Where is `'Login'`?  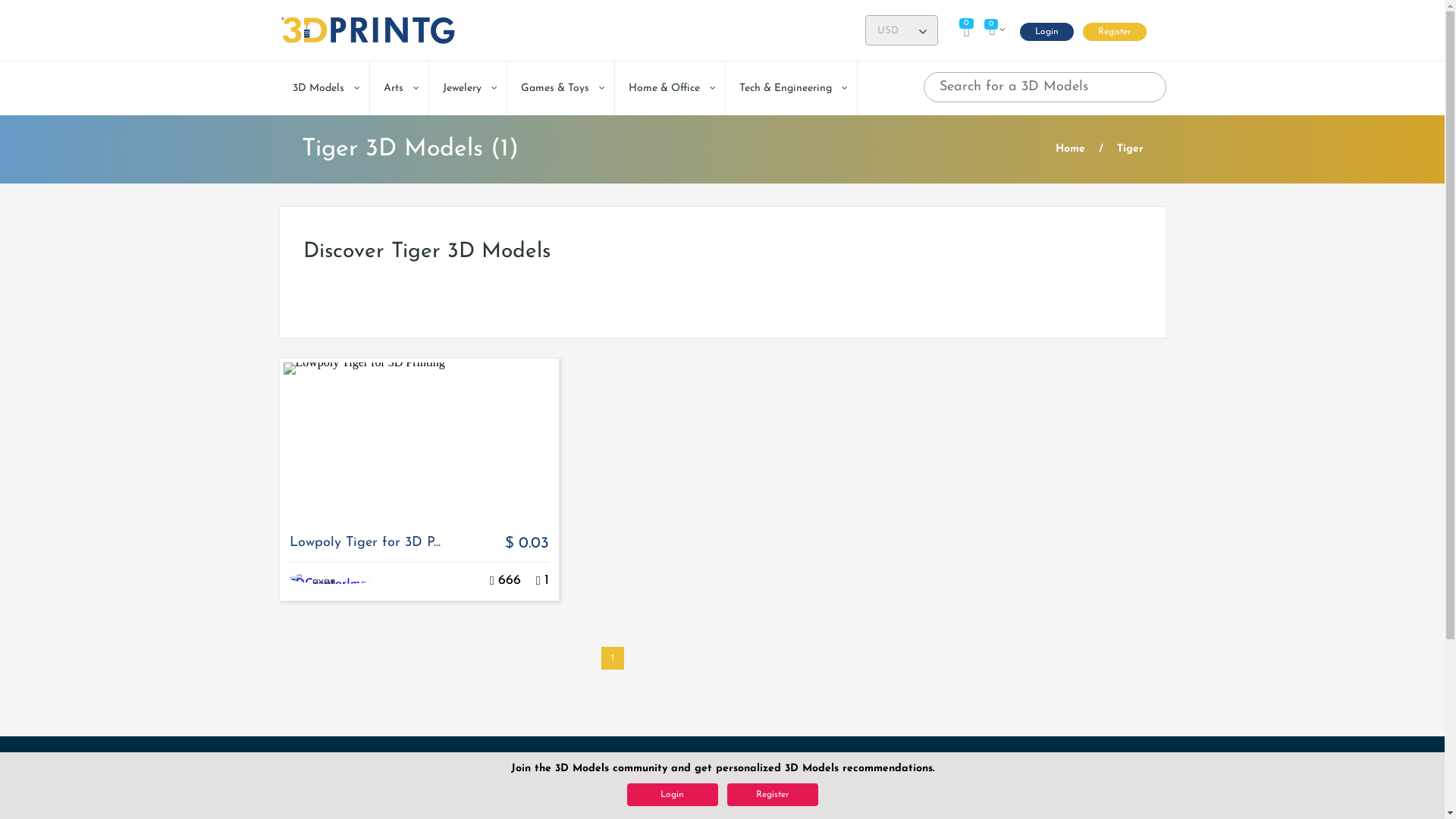 'Login' is located at coordinates (1045, 32).